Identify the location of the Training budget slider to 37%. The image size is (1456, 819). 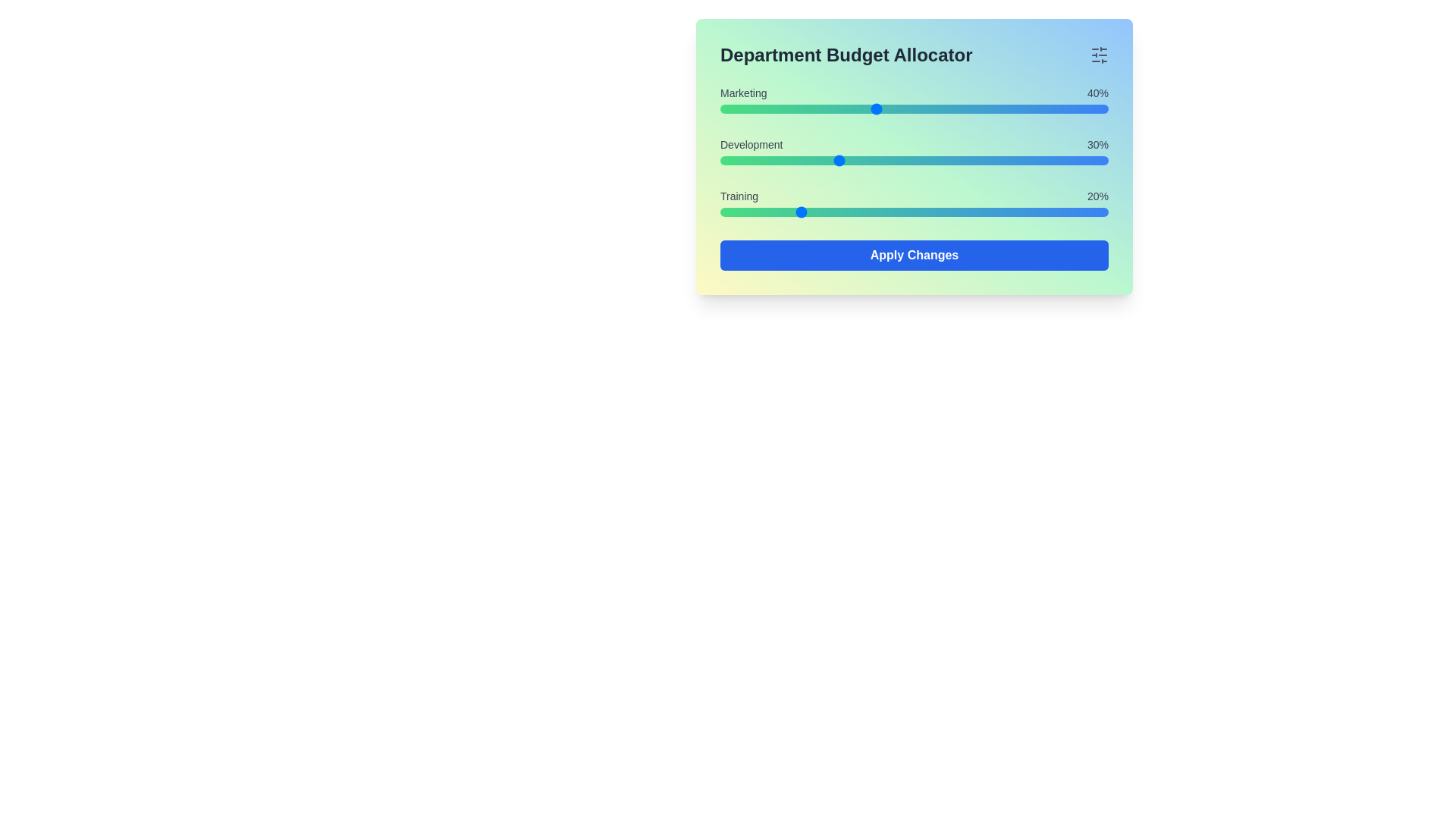
(864, 212).